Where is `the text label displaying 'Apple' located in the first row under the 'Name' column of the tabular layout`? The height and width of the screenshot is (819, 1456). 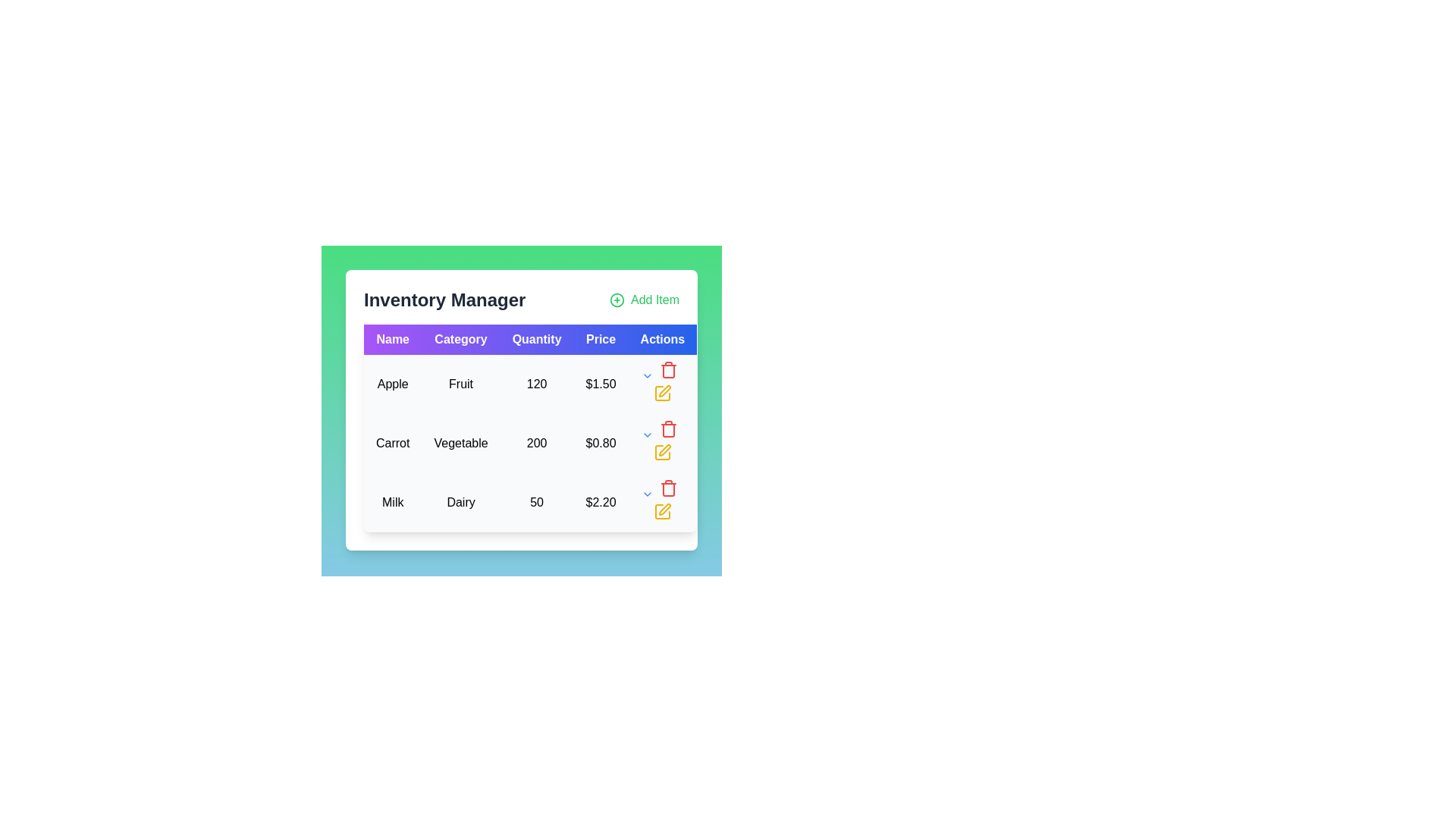 the text label displaying 'Apple' located in the first row under the 'Name' column of the tabular layout is located at coordinates (393, 383).